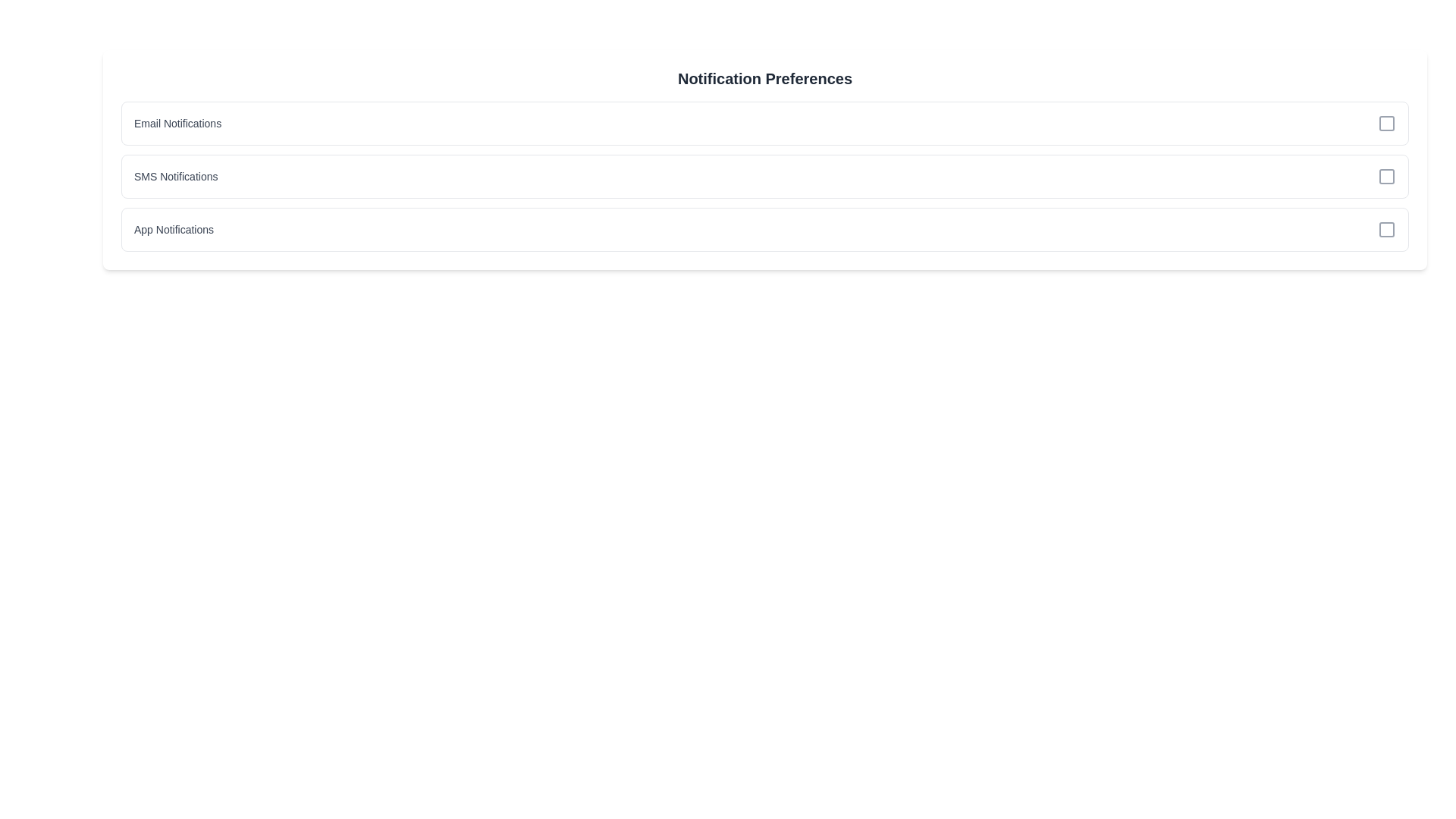 The image size is (1456, 819). I want to click on the checkbox located at the far-right side of the 'App Notifications' row in the notification preferences list, so click(1386, 230).